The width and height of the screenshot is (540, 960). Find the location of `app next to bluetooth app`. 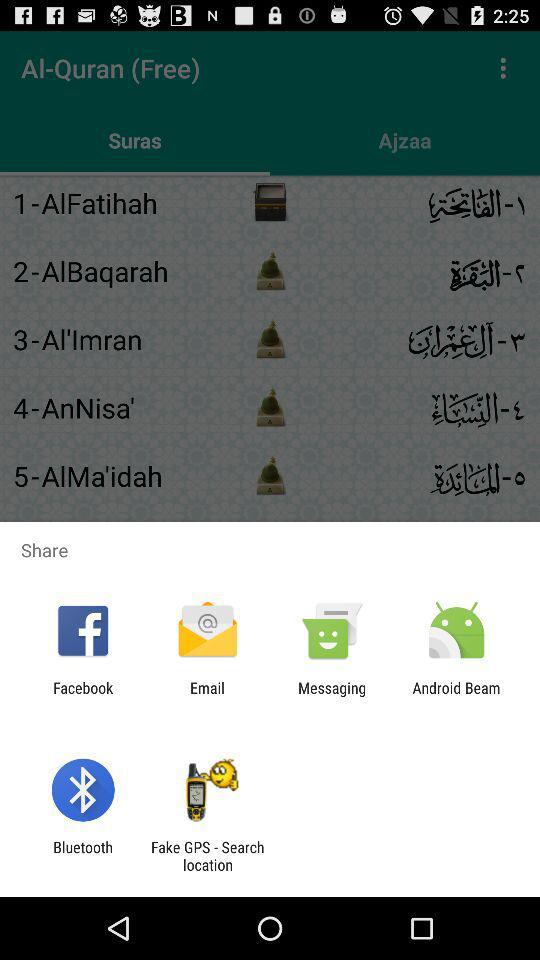

app next to bluetooth app is located at coordinates (206, 855).